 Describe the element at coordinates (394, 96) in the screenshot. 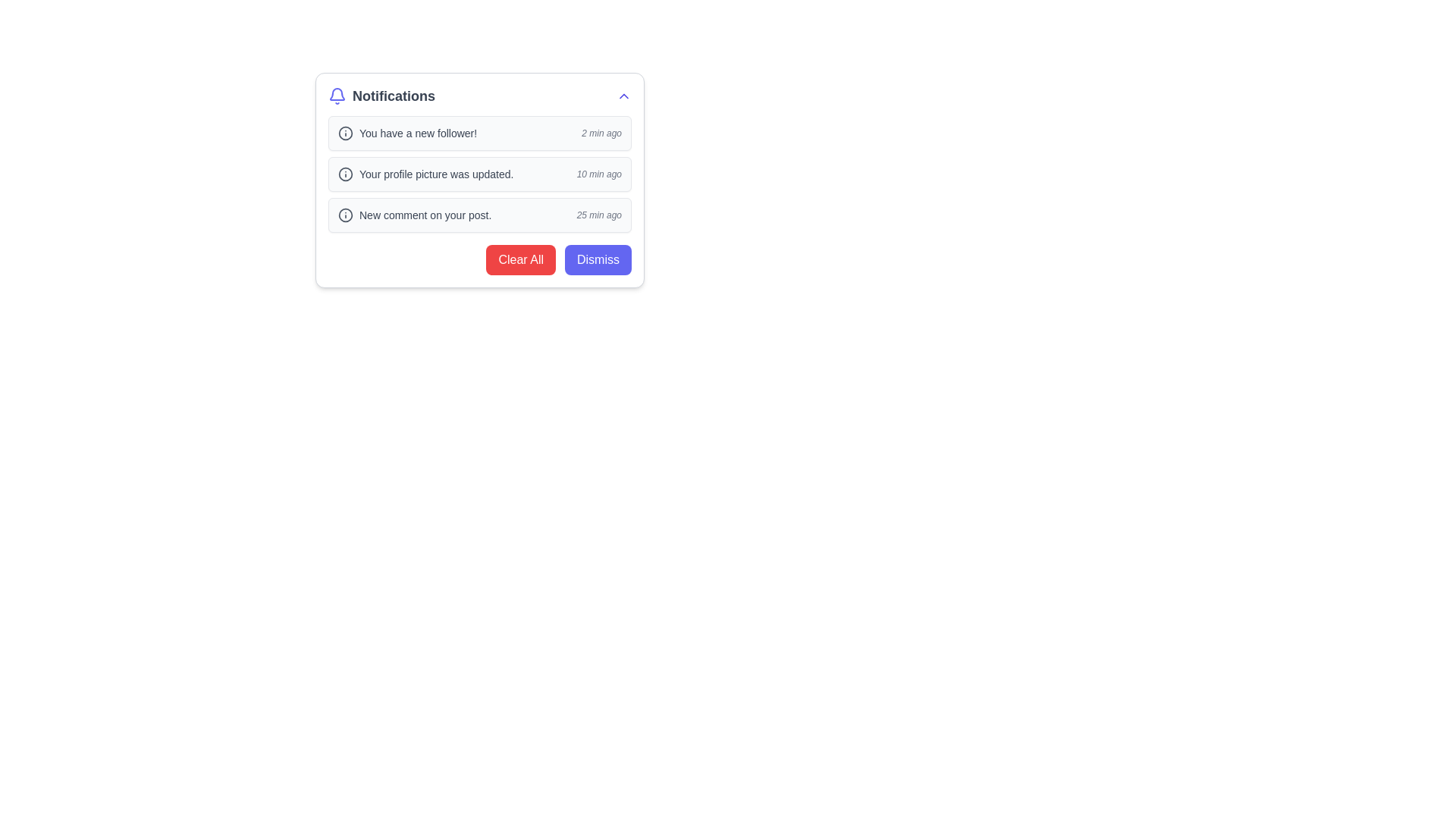

I see `the 'Notifications' text label which is styled in bold, larger font, and dark gray color, positioned to the right of the notification bell icon in the notification dropdown panel` at that location.